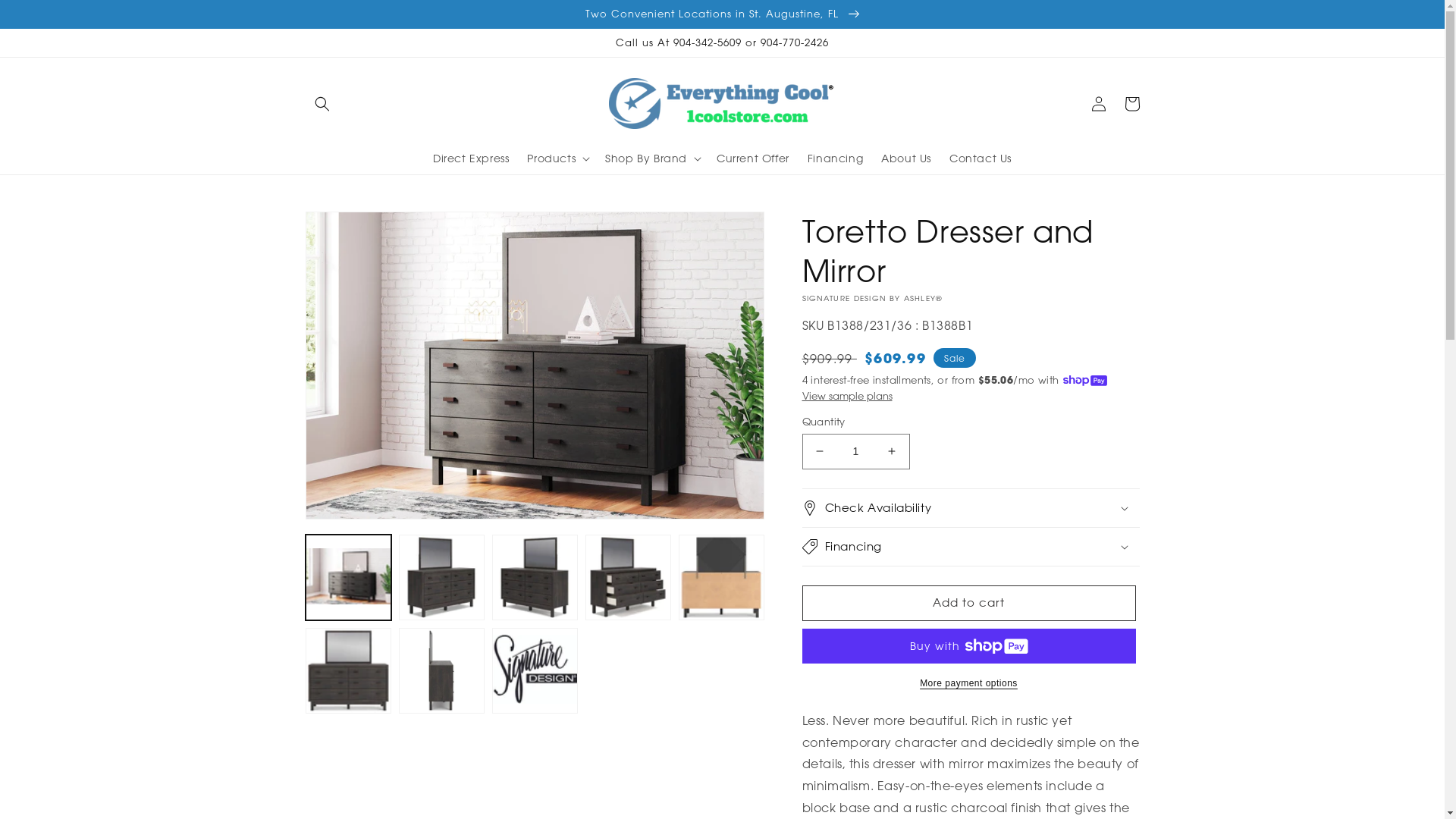  I want to click on 'Direct Express', so click(469, 158).